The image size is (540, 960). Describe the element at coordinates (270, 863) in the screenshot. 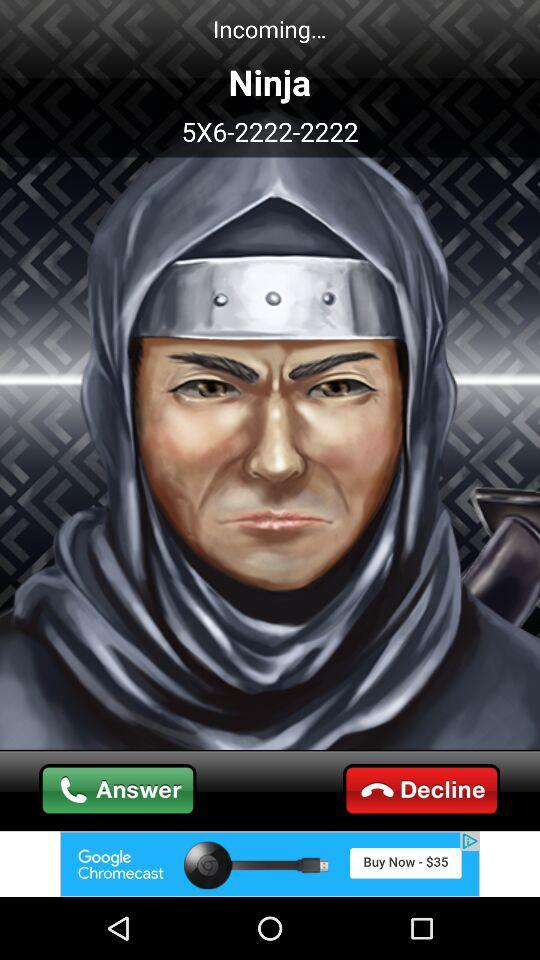

I see `visit advertised website` at that location.